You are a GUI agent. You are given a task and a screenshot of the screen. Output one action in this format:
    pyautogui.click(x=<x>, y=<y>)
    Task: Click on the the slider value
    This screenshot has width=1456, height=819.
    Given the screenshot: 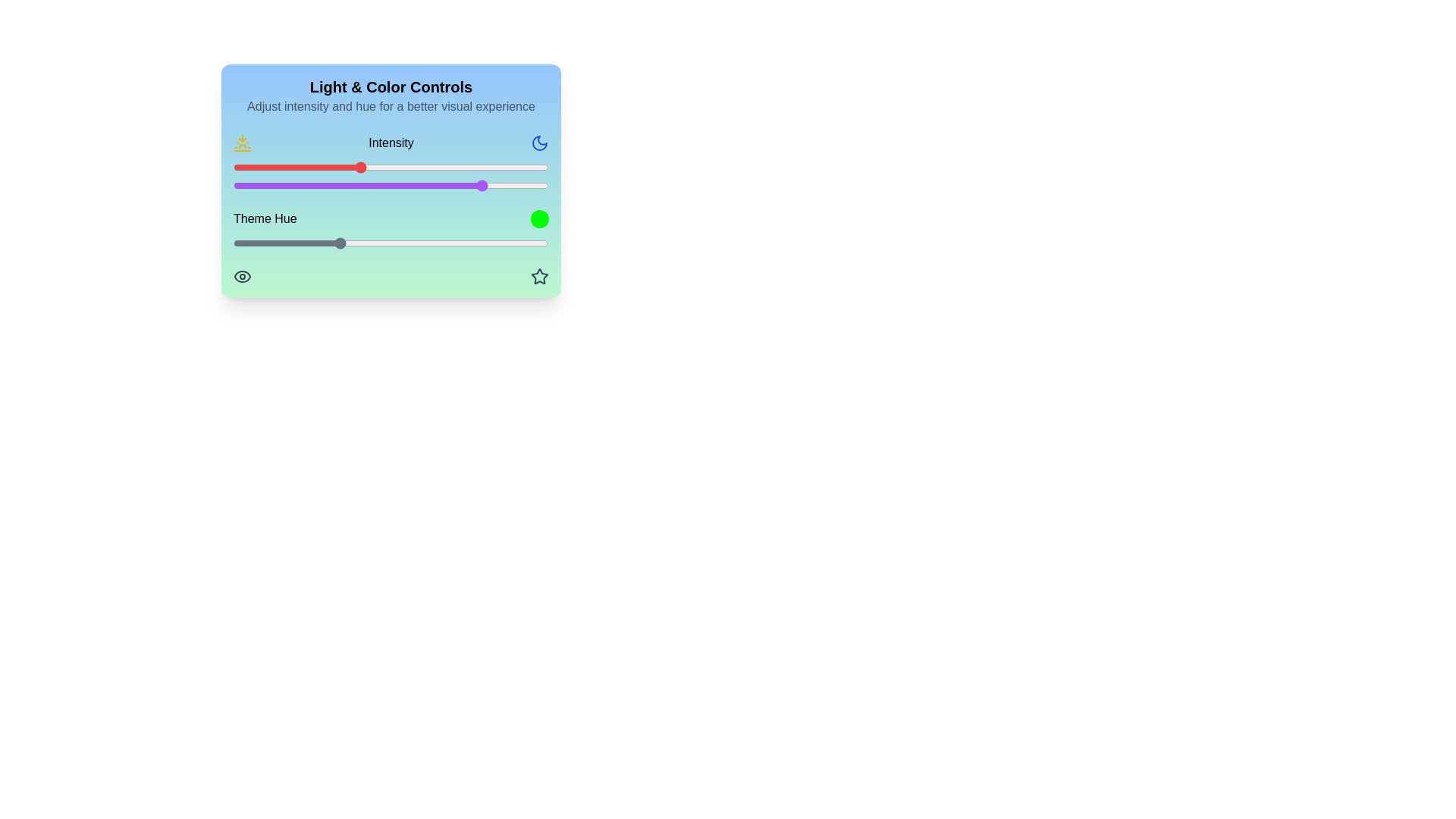 What is the action you would take?
    pyautogui.click(x=530, y=242)
    